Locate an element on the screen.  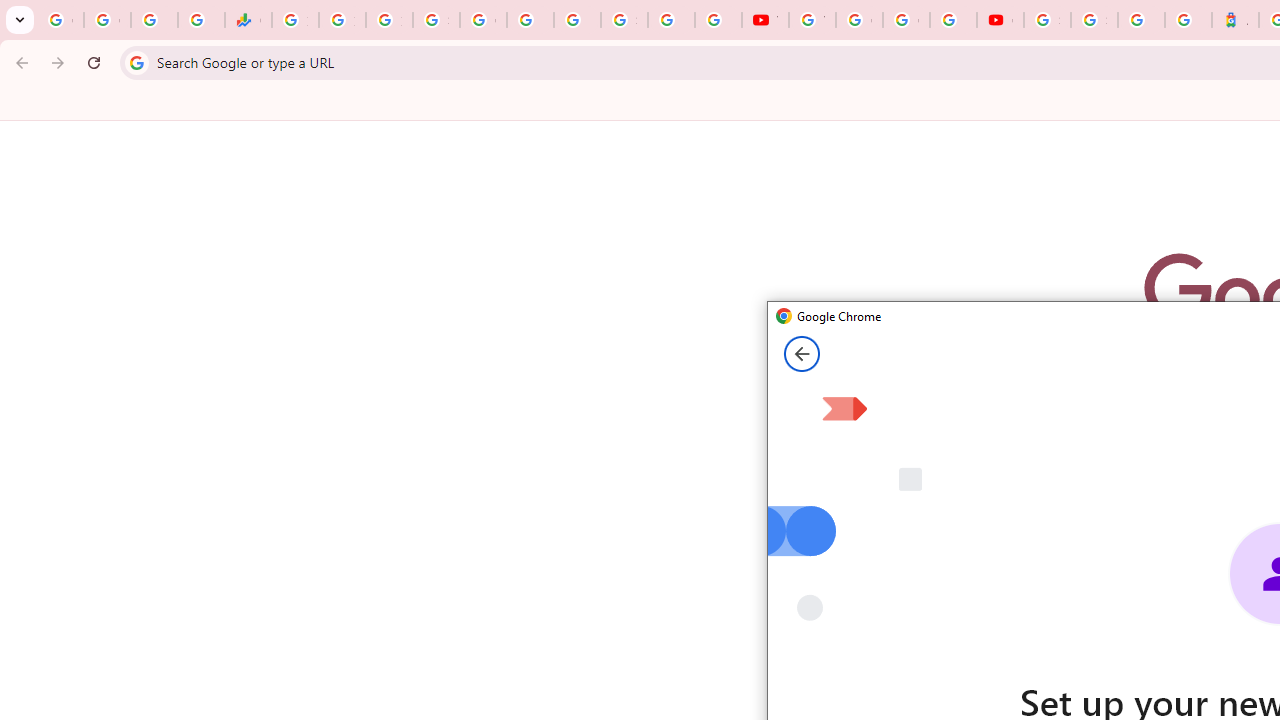
'Content Creator Programs & Opportunities - YouTube Creators' is located at coordinates (1000, 20).